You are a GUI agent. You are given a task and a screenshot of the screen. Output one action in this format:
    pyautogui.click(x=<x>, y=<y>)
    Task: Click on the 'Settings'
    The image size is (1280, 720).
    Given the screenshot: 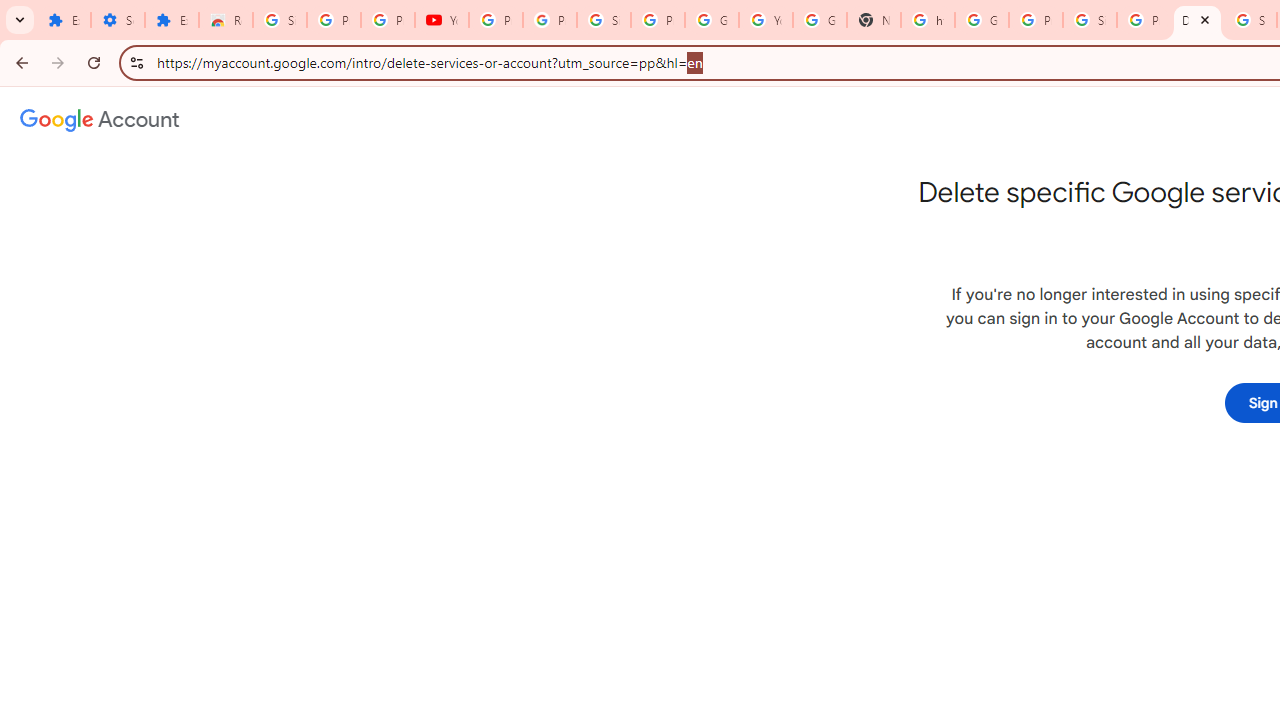 What is the action you would take?
    pyautogui.click(x=116, y=20)
    